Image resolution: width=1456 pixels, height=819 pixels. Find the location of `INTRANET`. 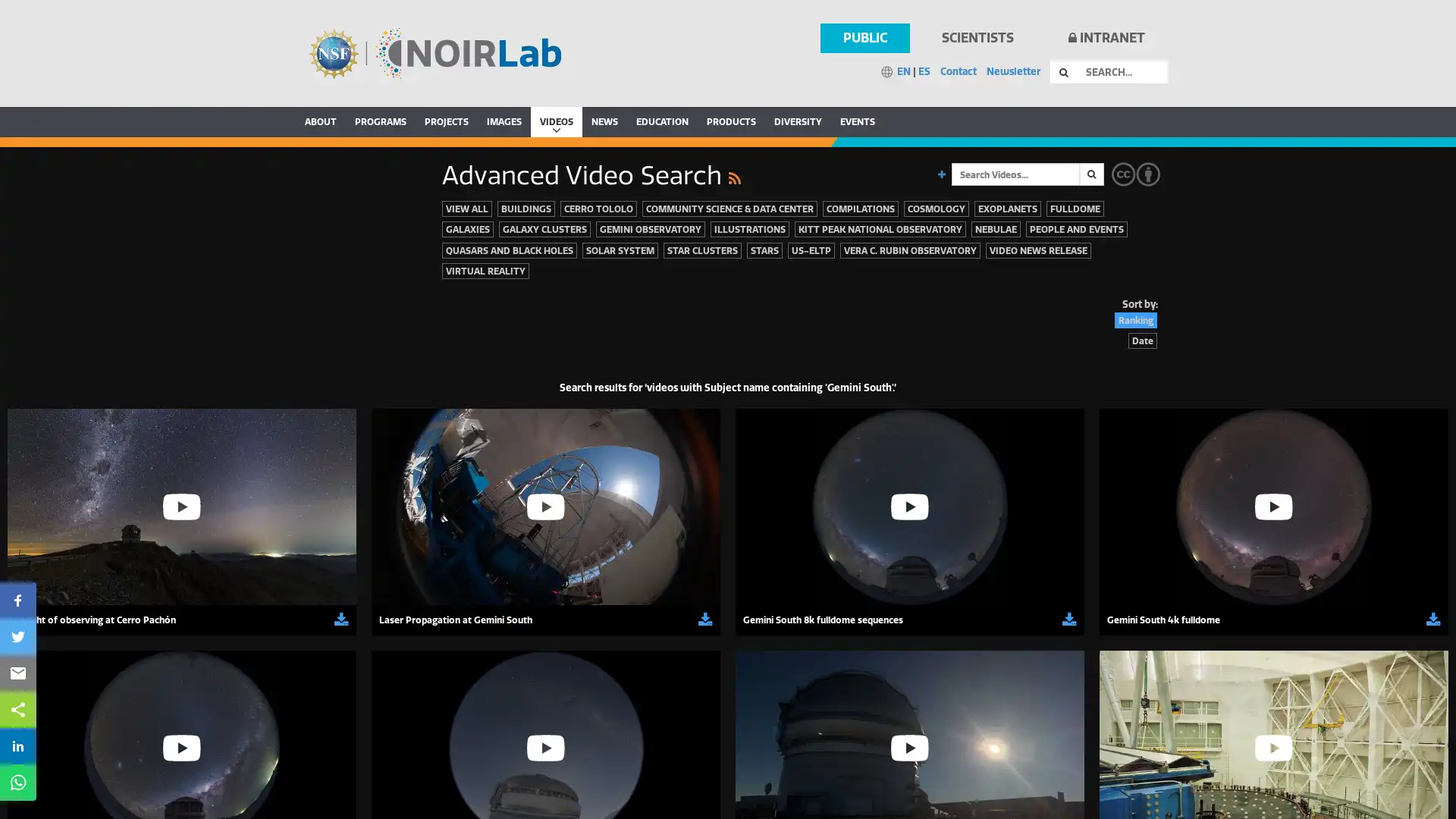

INTRANET is located at coordinates (1106, 37).